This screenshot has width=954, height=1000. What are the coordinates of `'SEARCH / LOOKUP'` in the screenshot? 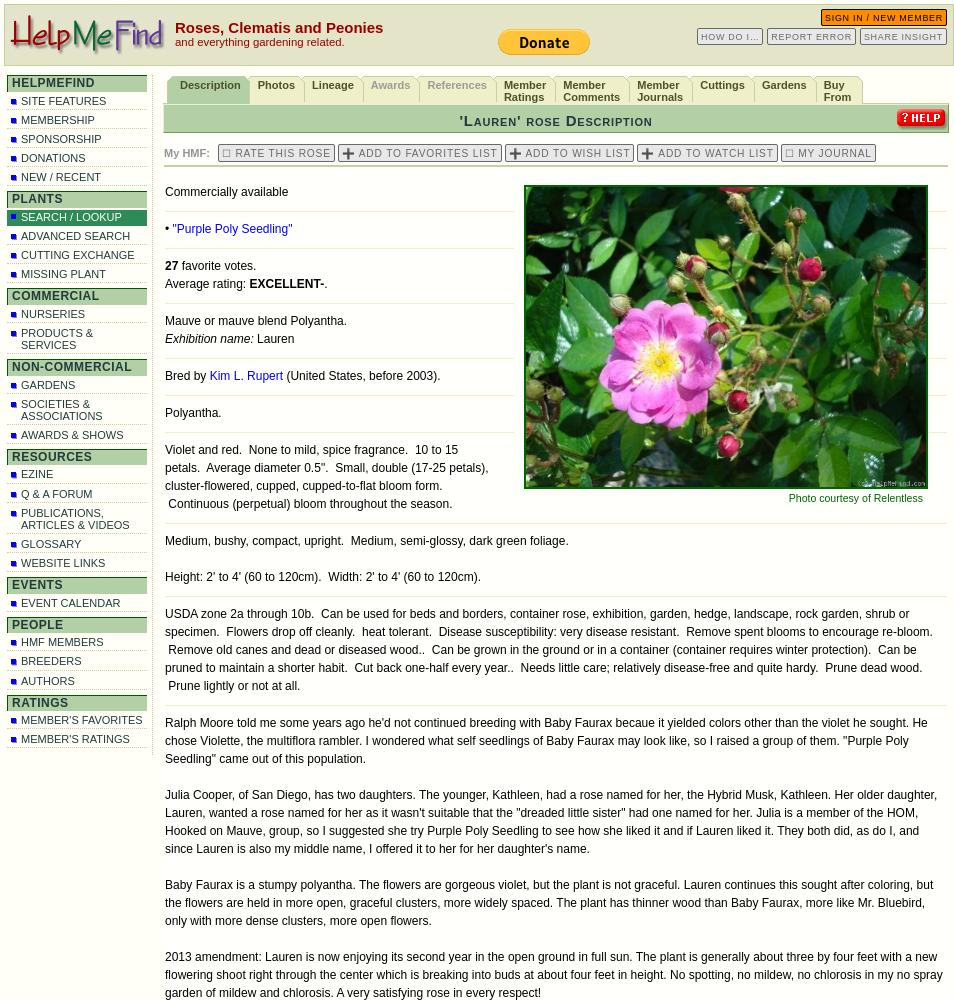 It's located at (69, 215).